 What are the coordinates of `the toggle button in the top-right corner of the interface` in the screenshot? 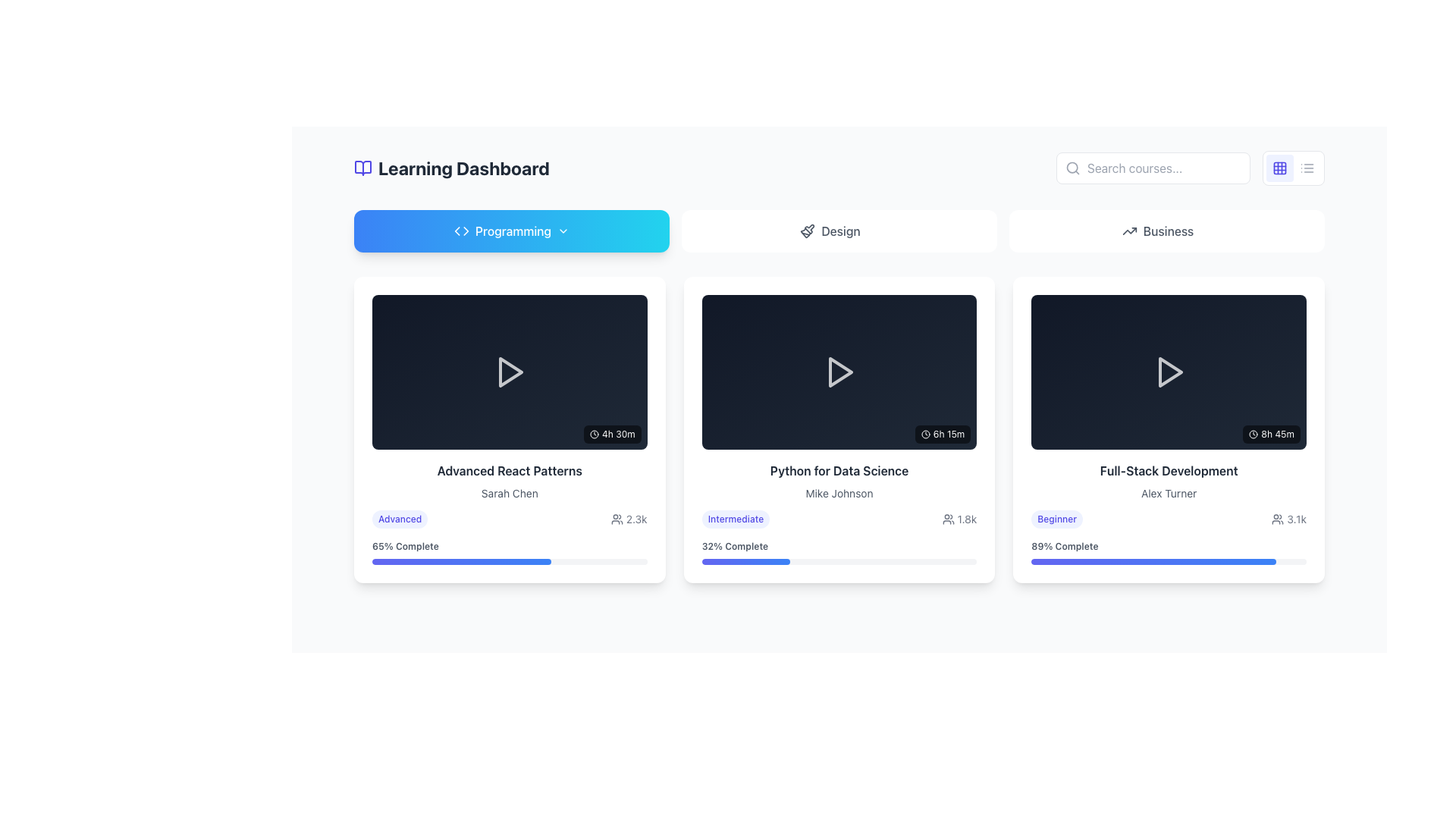 It's located at (1292, 168).